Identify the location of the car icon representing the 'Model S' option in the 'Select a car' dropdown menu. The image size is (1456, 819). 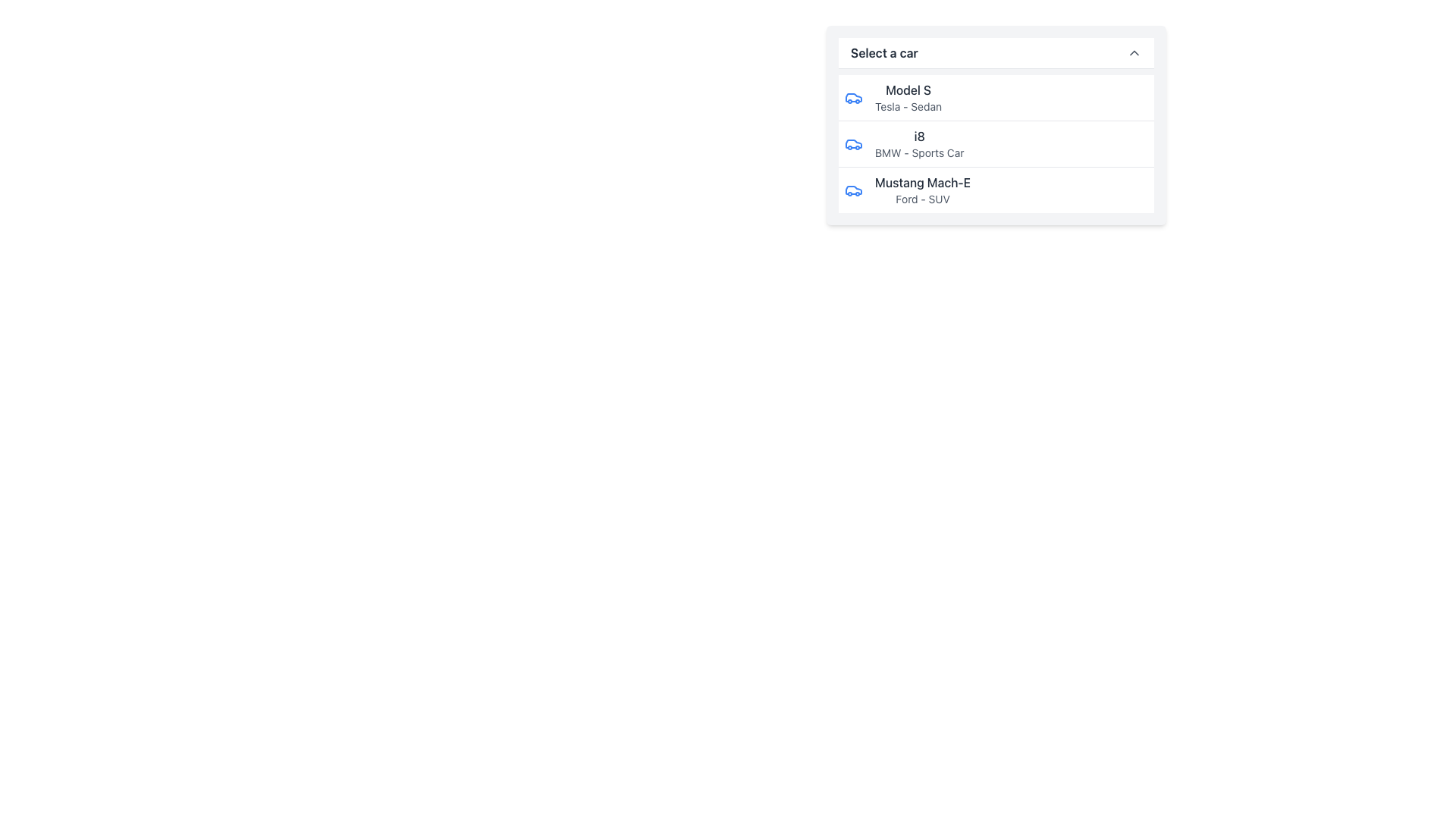
(854, 97).